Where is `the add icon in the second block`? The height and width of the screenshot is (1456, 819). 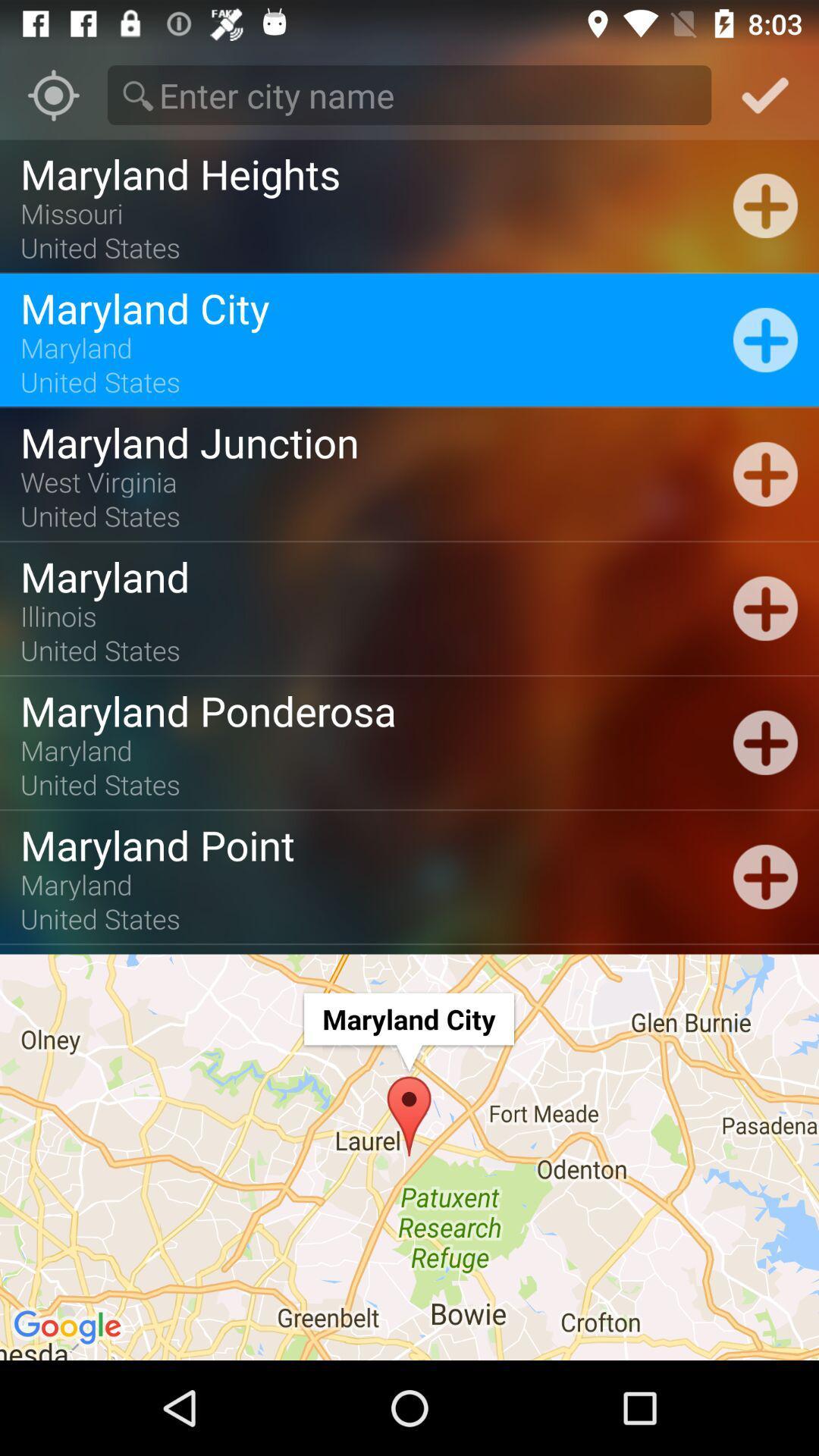 the add icon in the second block is located at coordinates (765, 339).